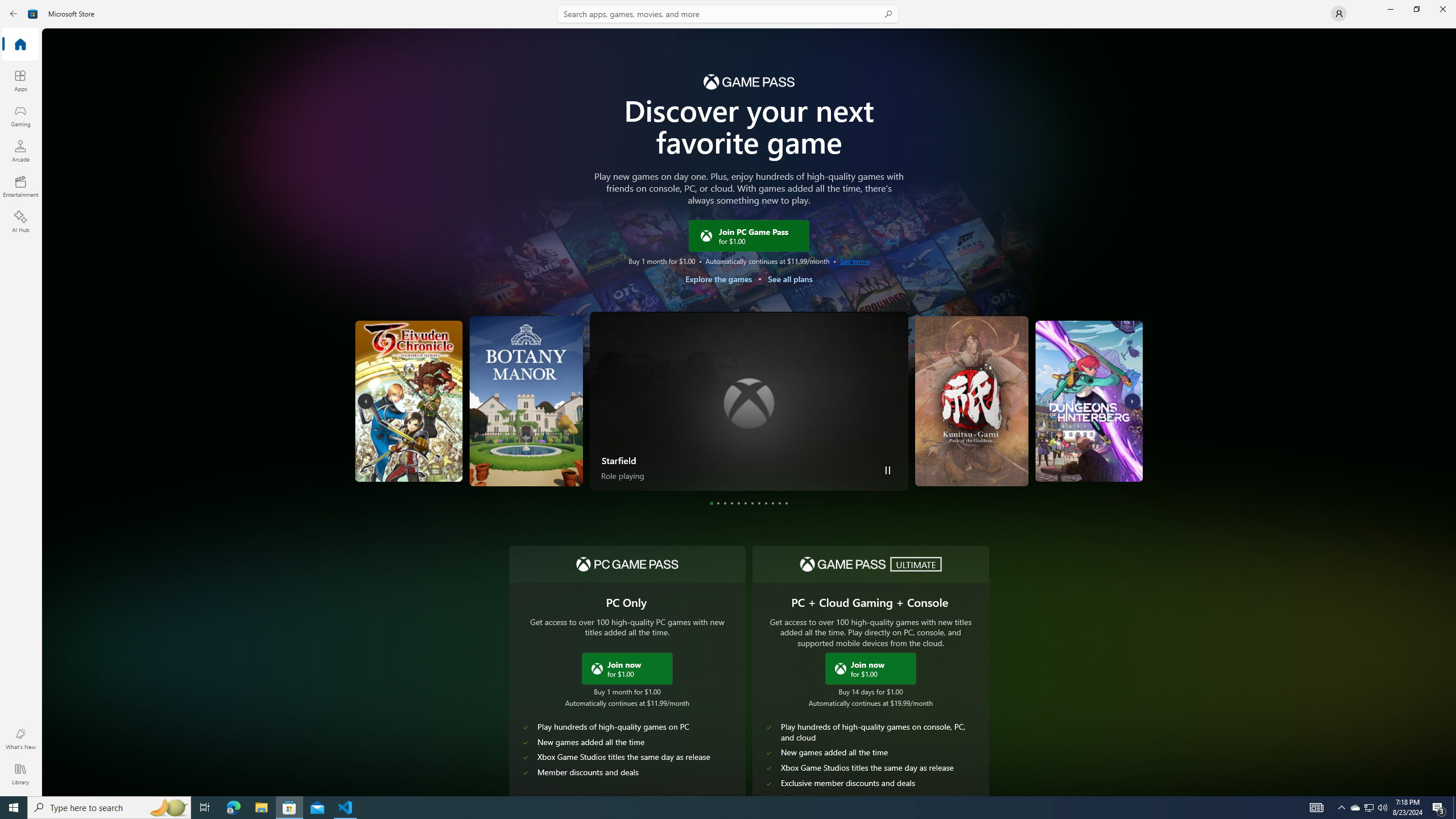 The width and height of the screenshot is (1456, 819). What do you see at coordinates (789, 279) in the screenshot?
I see `'See all plans'` at bounding box center [789, 279].